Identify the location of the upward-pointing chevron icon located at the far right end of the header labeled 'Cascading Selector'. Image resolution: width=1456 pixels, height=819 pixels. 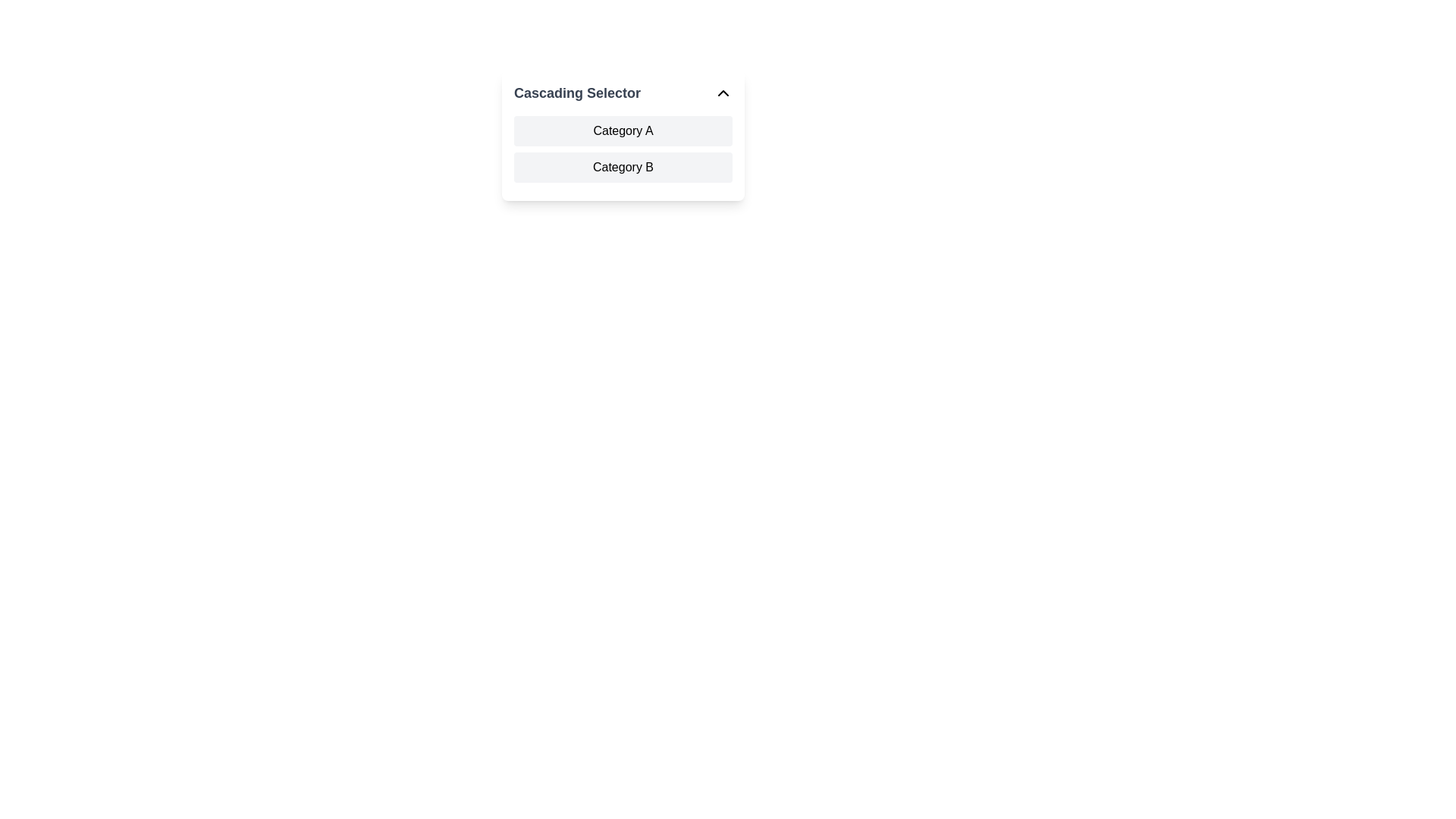
(723, 93).